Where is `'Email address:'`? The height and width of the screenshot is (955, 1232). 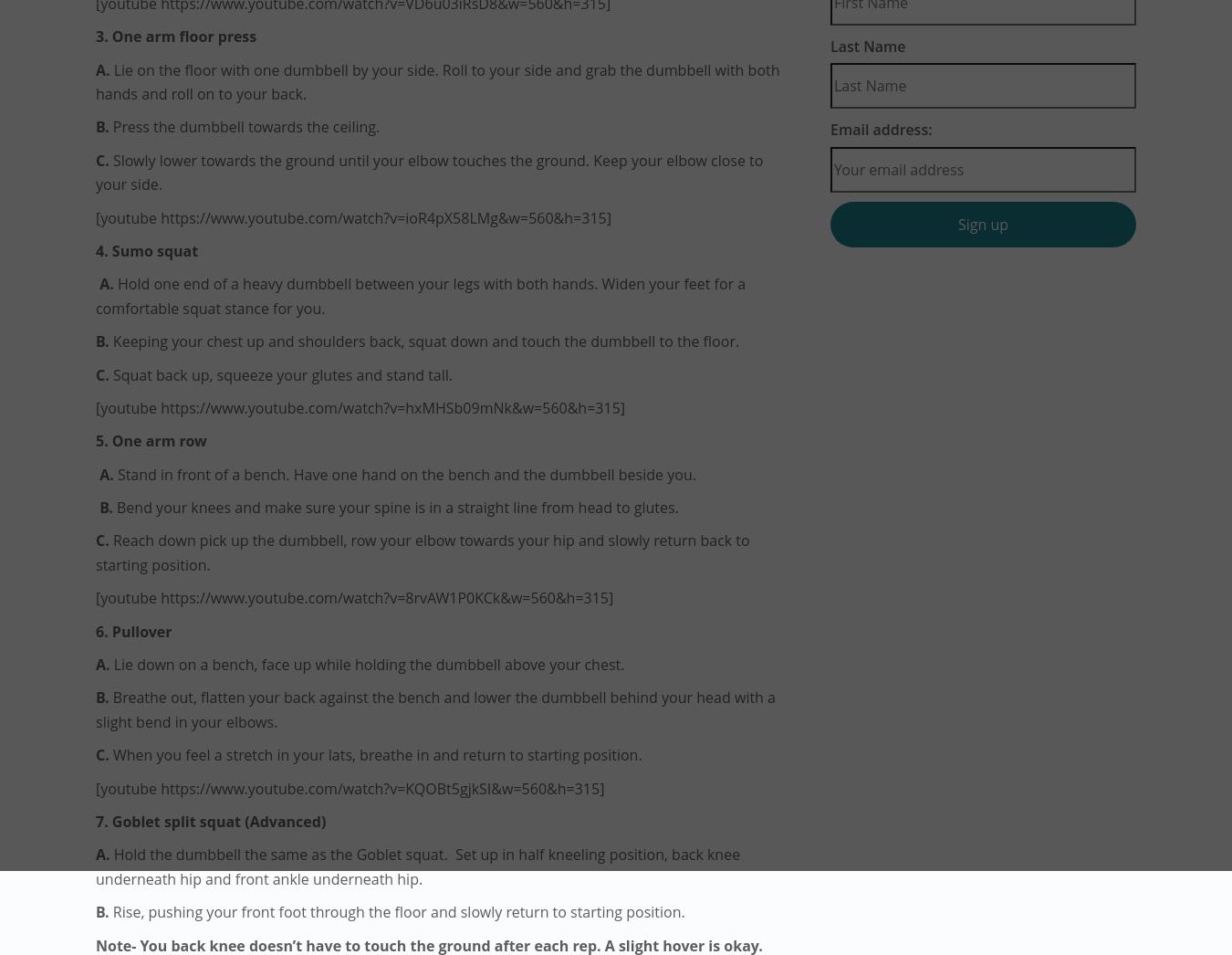 'Email address:' is located at coordinates (880, 129).